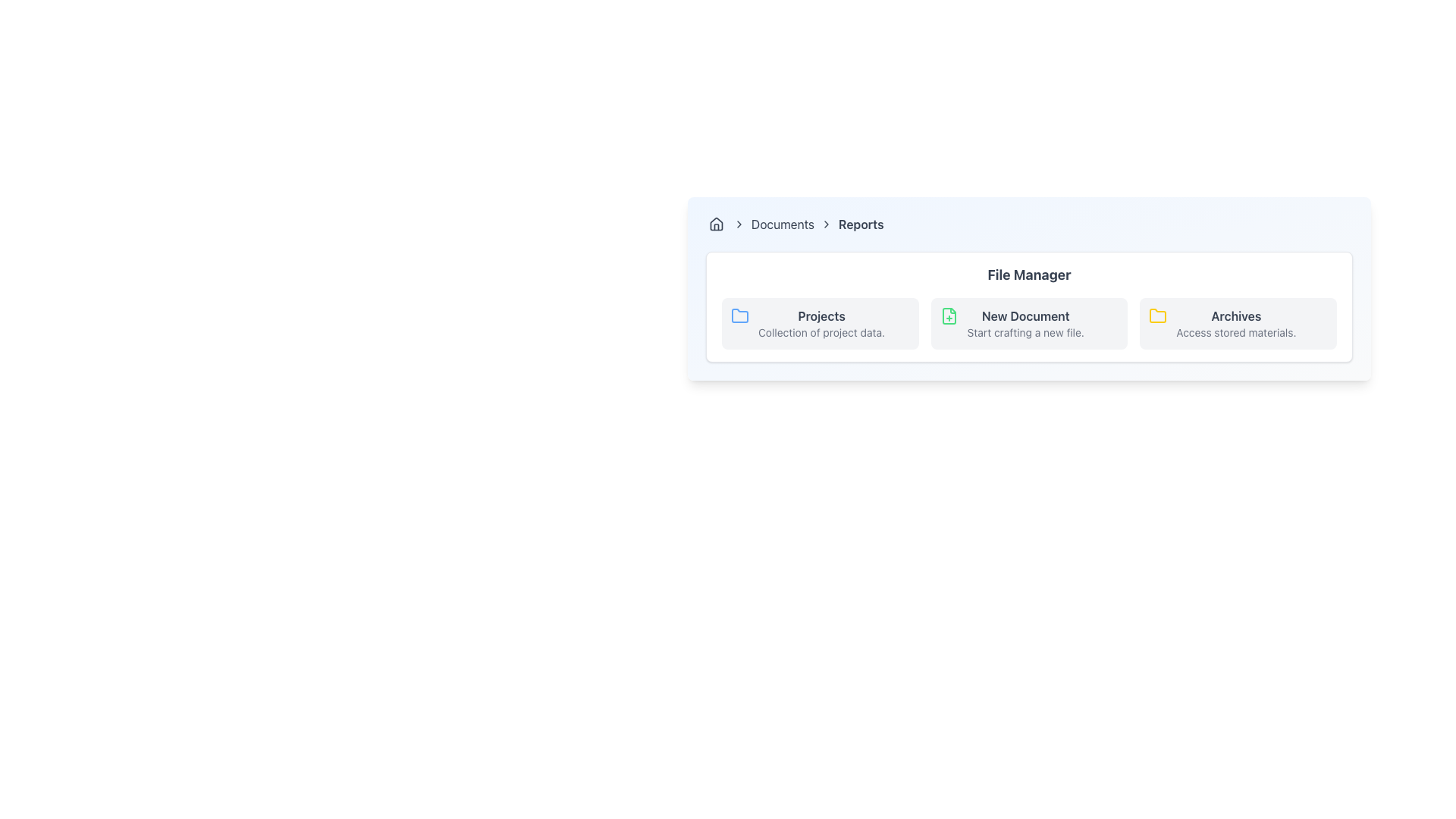 The height and width of the screenshot is (819, 1456). Describe the element at coordinates (819, 323) in the screenshot. I see `the first Category card in the 'File Manager' section, which contains a blue folder icon and the title 'Projects' with a subtitle 'Collection of project data.'` at that location.